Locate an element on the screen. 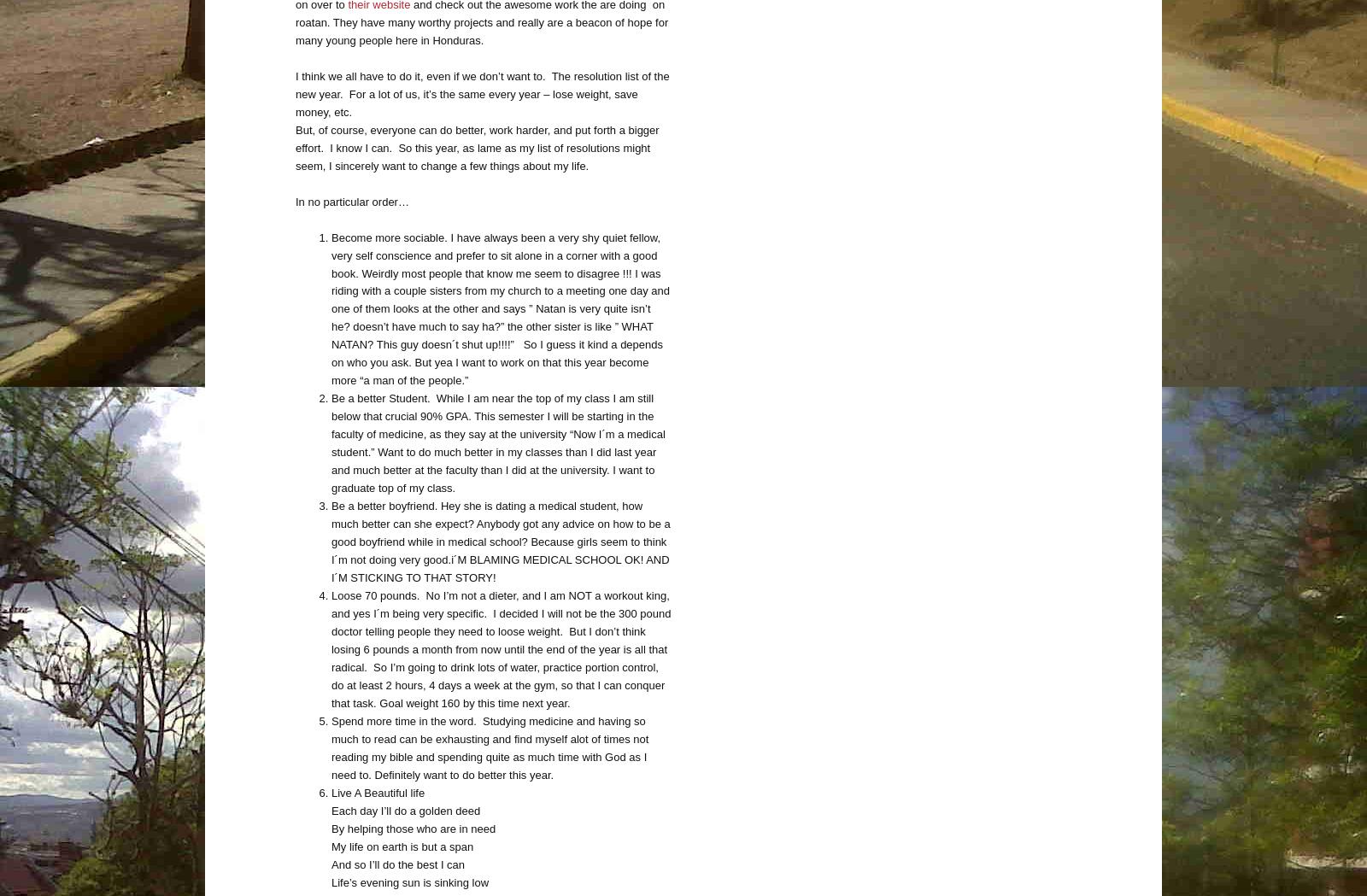 The width and height of the screenshot is (1367, 896). 'Each day I’ll do a golden deed' is located at coordinates (404, 811).